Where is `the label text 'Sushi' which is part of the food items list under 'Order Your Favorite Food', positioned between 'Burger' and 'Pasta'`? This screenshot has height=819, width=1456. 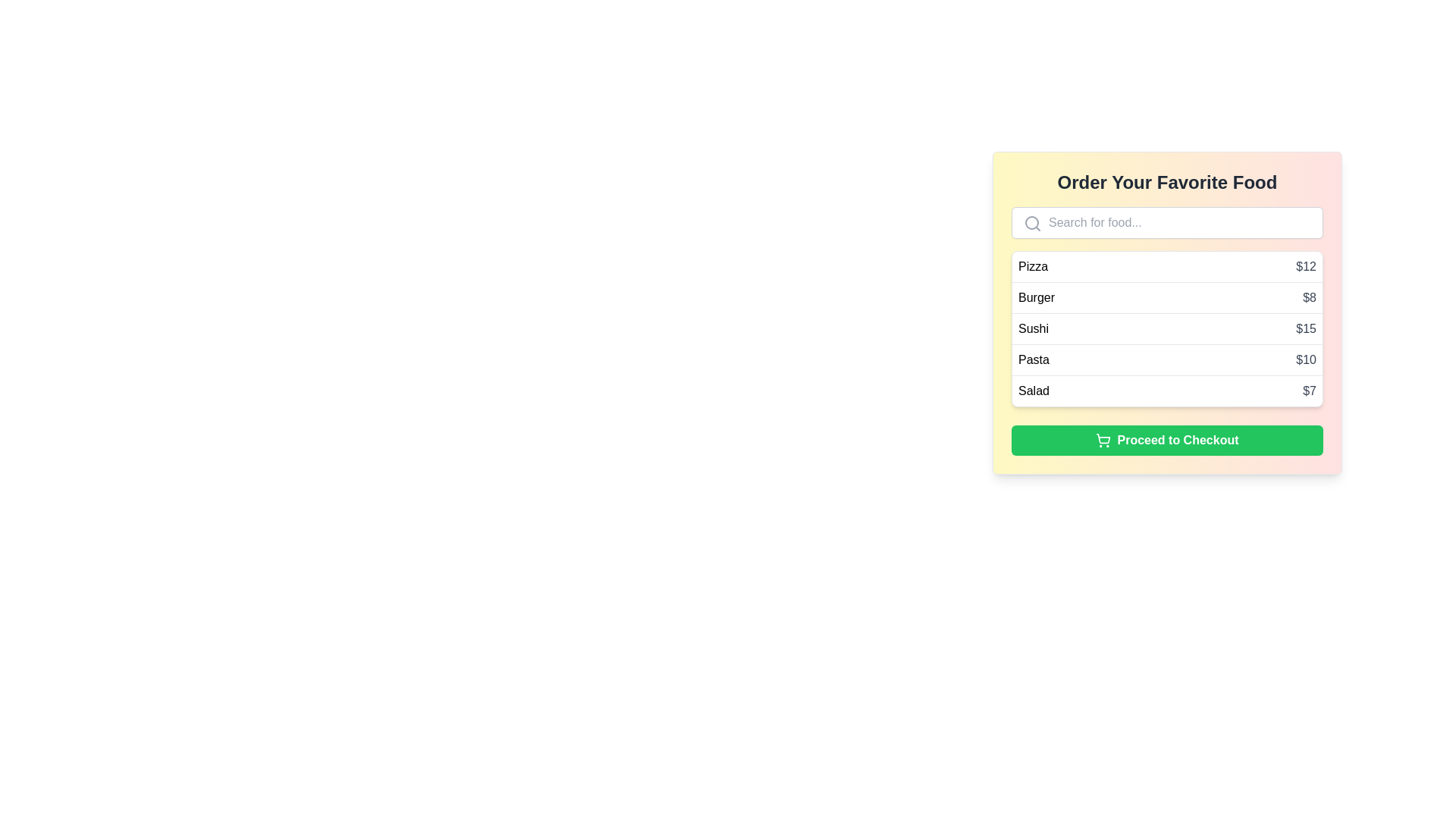
the label text 'Sushi' which is part of the food items list under 'Order Your Favorite Food', positioned between 'Burger' and 'Pasta' is located at coordinates (1033, 328).